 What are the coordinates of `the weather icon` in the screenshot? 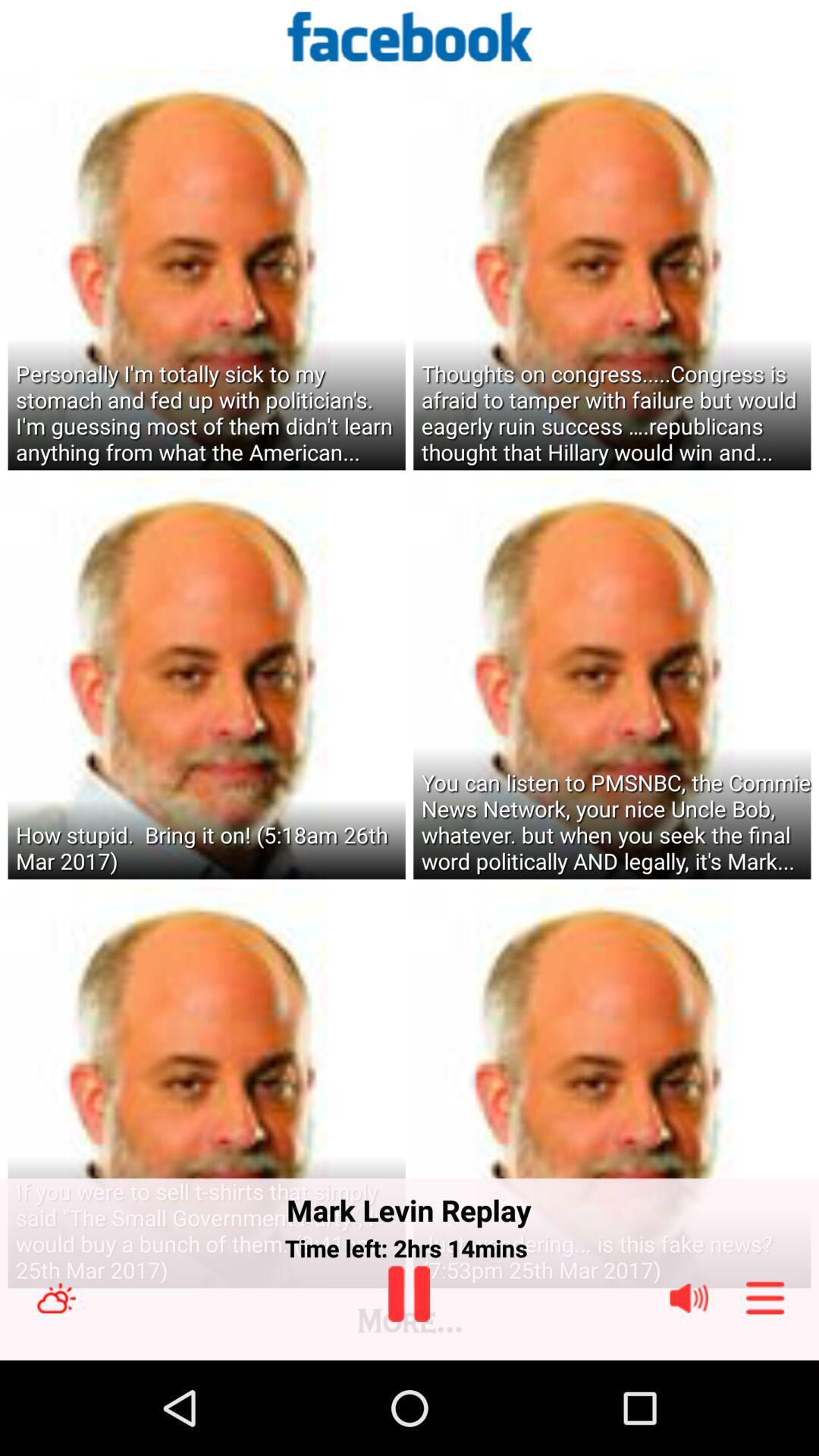 It's located at (55, 1389).